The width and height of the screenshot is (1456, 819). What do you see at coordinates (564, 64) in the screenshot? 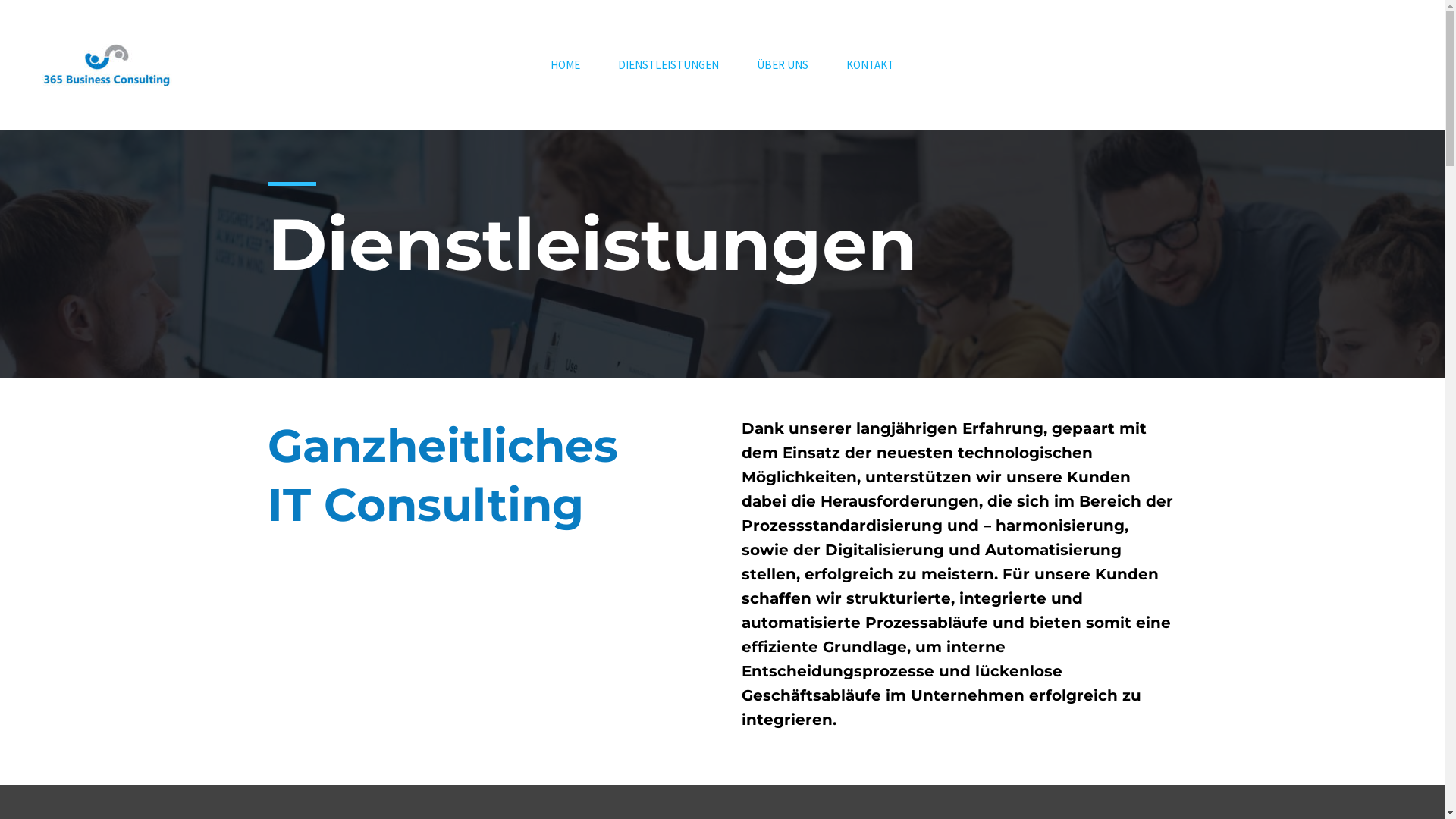
I see `'HOME'` at bounding box center [564, 64].